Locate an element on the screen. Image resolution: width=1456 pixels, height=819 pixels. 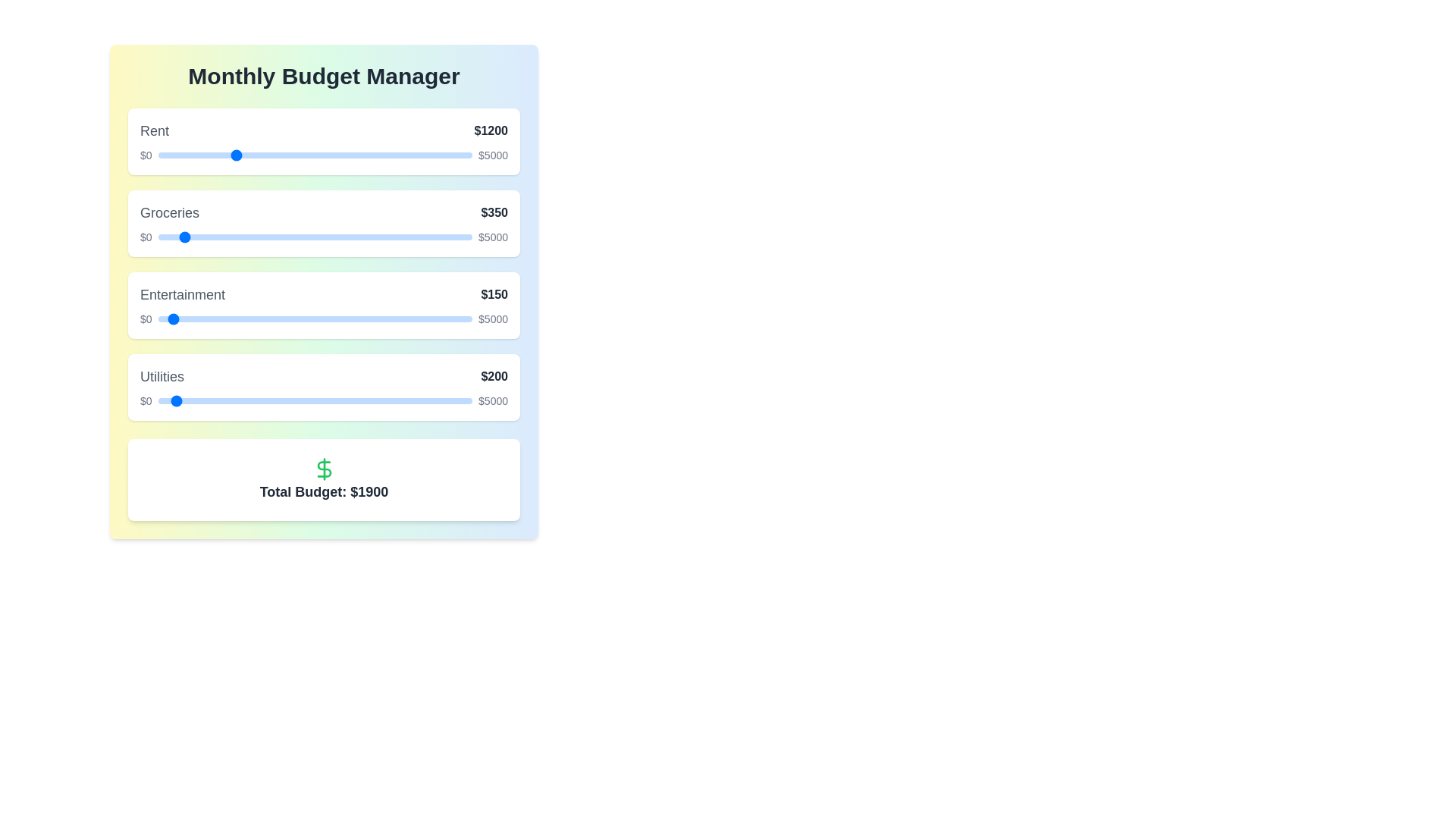
the value of the slider is located at coordinates (213, 318).